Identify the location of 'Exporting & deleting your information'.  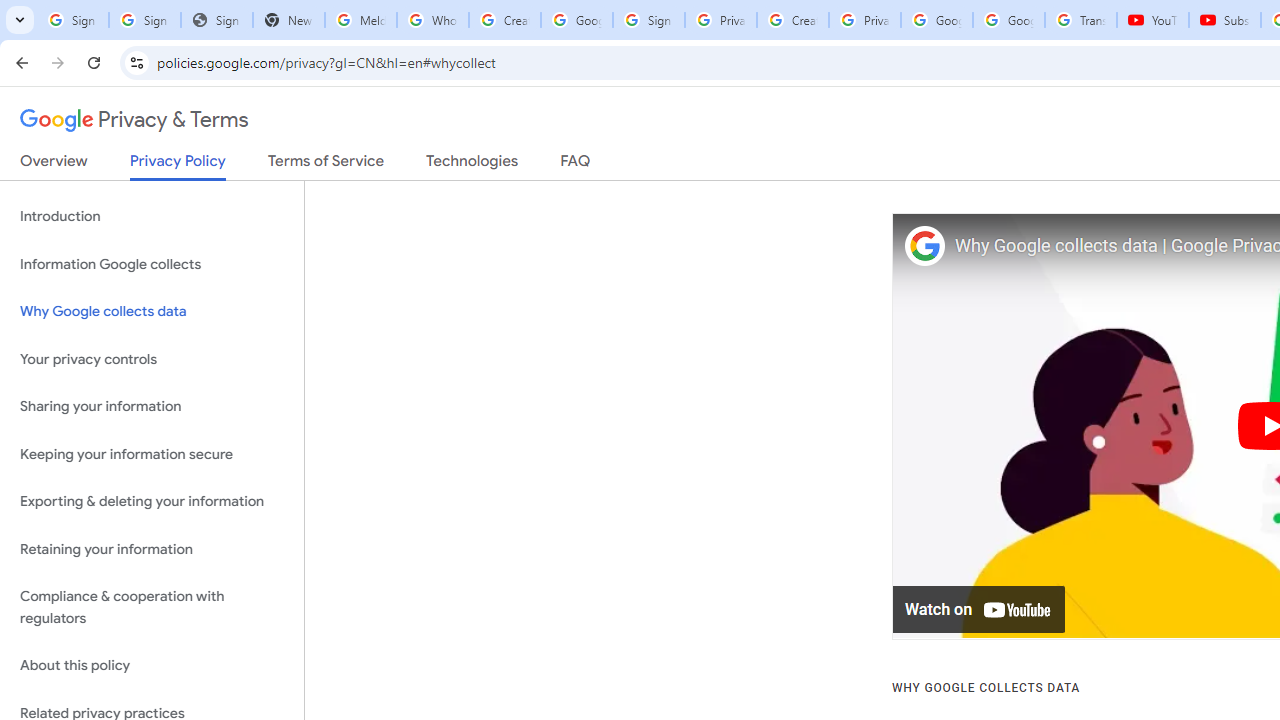
(151, 501).